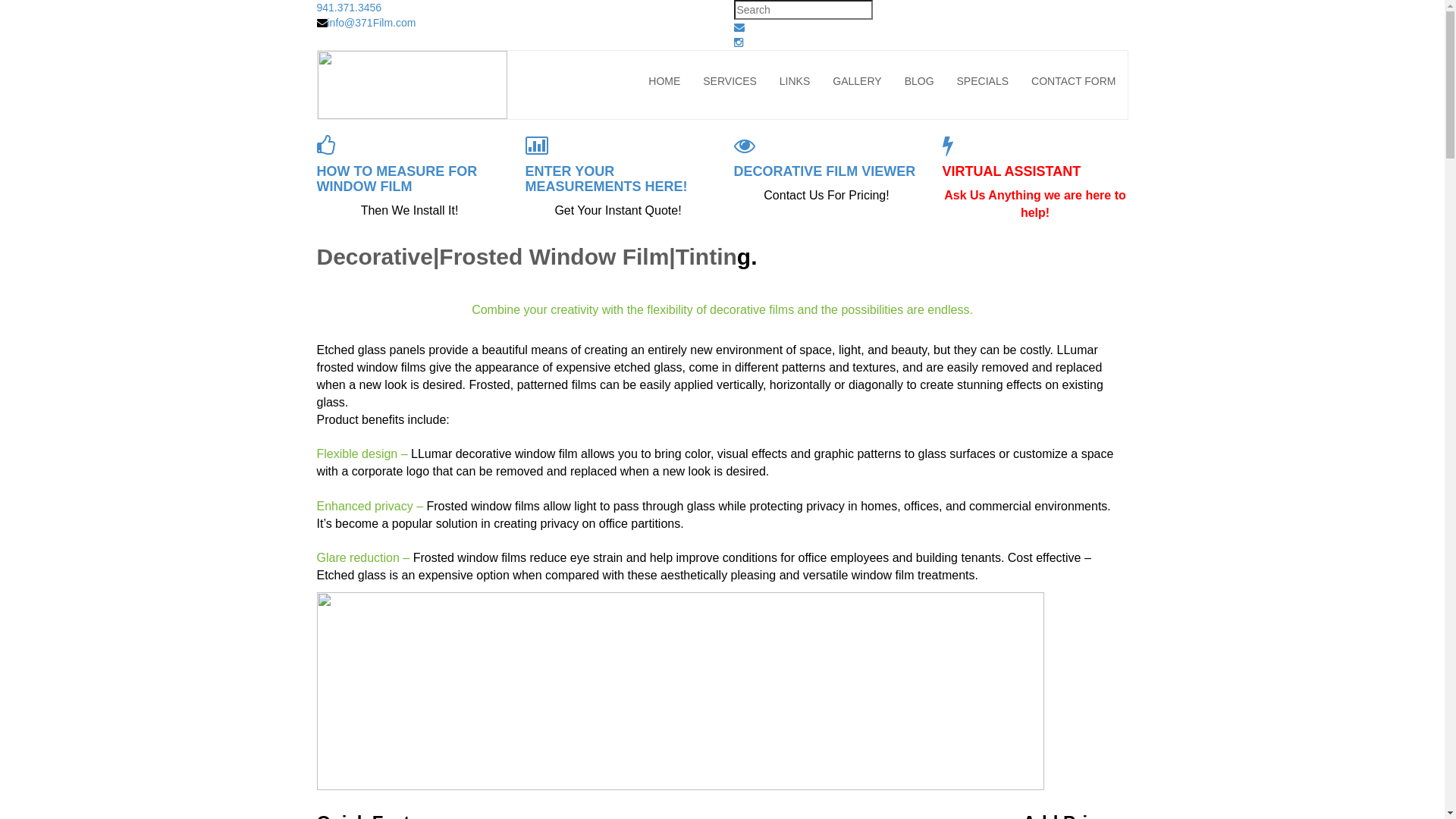 The height and width of the screenshot is (819, 1456). What do you see at coordinates (664, 81) in the screenshot?
I see `'HOME'` at bounding box center [664, 81].